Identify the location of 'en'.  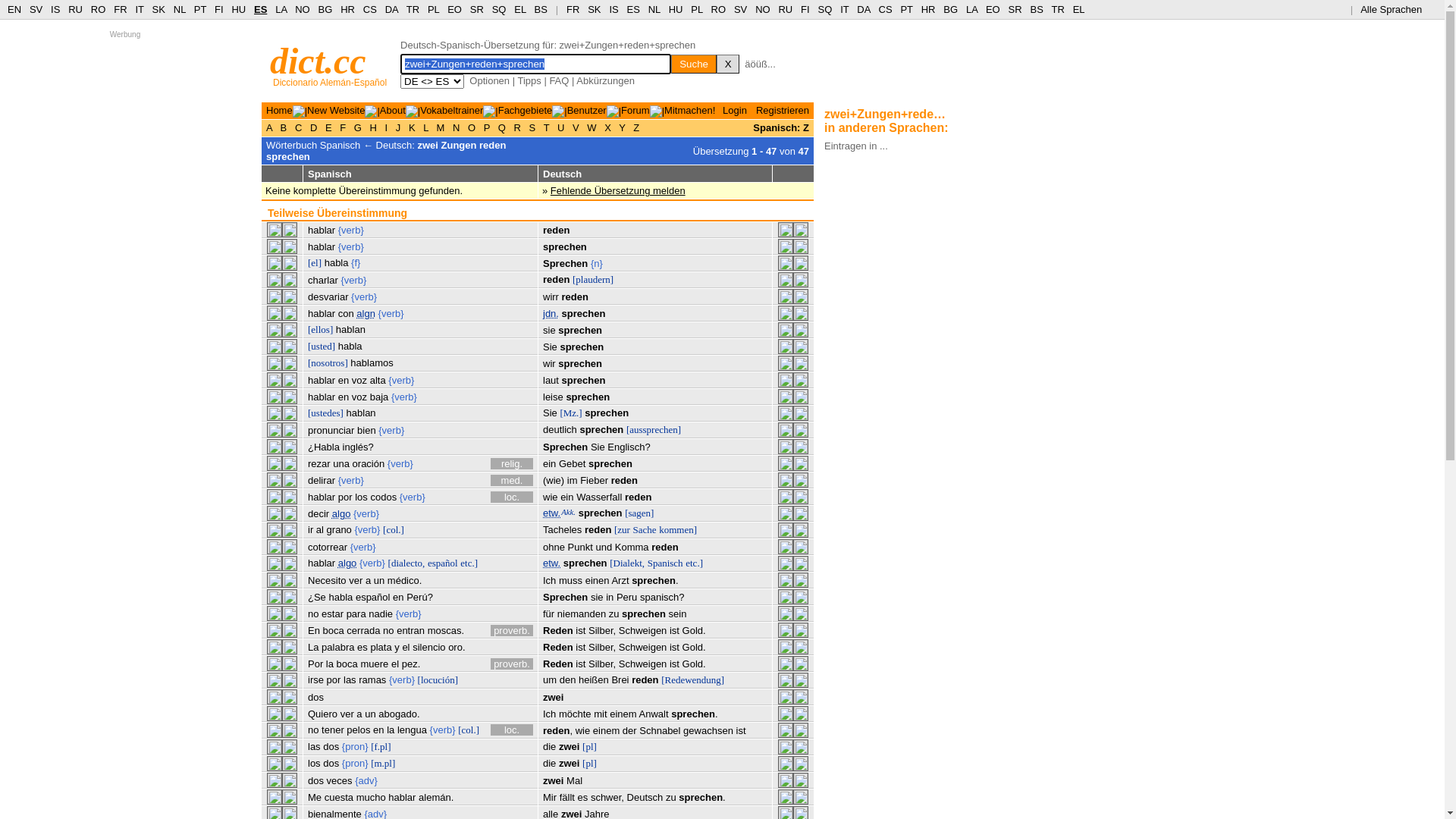
(342, 379).